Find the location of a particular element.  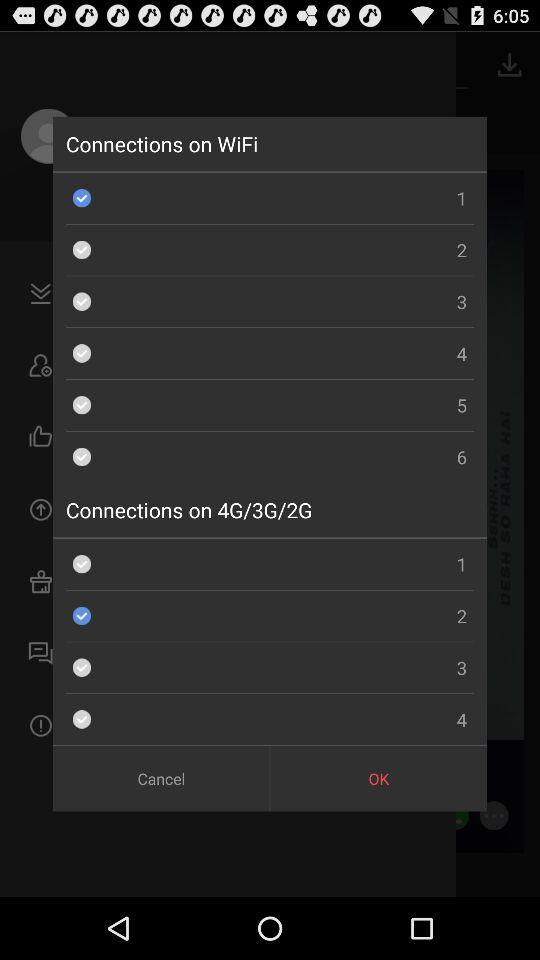

the ok button is located at coordinates (378, 777).